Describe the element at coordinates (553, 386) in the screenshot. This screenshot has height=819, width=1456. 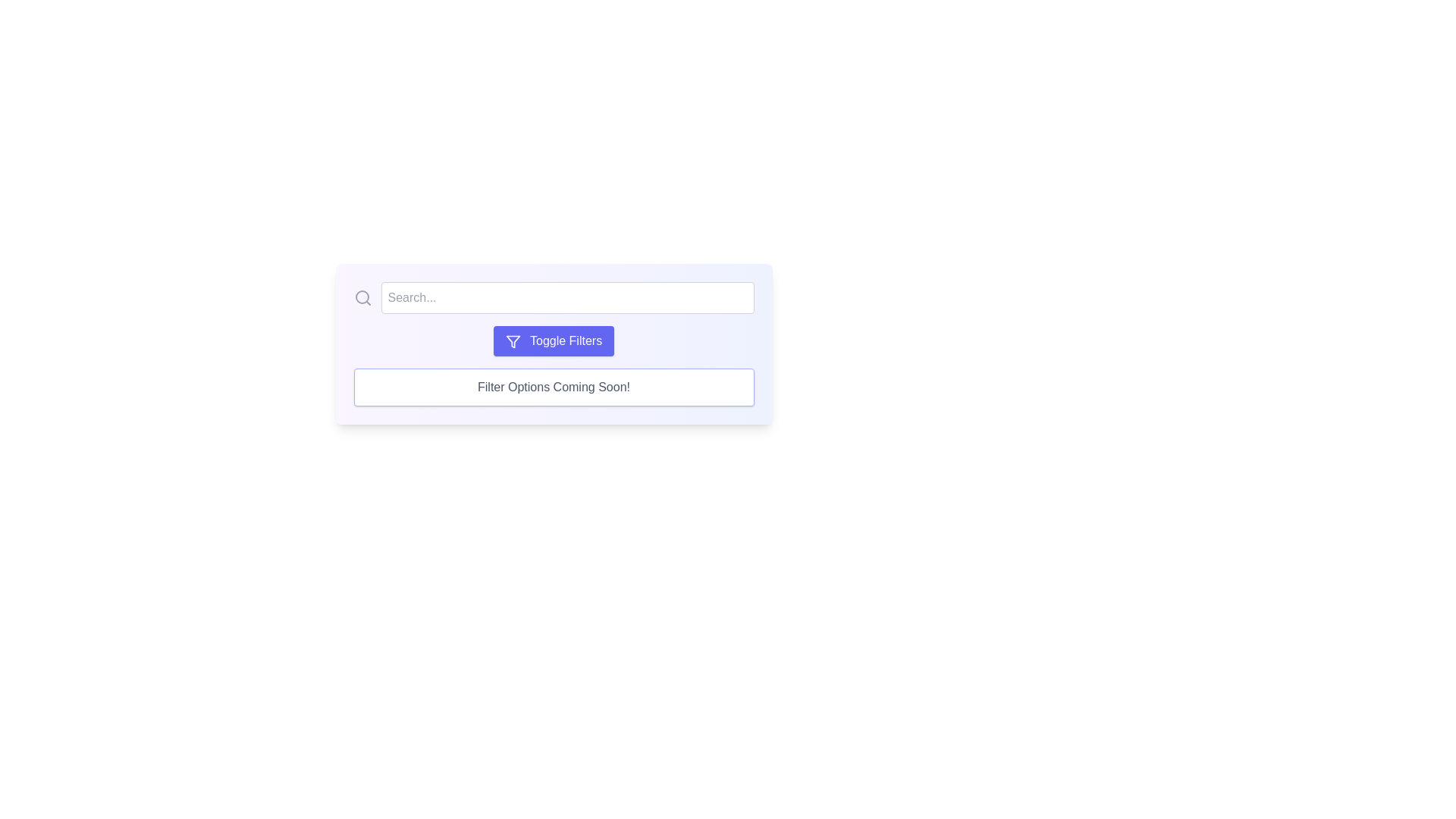
I see `the rectangular notice box containing the text 'Filter Options Coming Soon!', which is positioned centrally in the interface below the 'Toggle Filters' button` at that location.